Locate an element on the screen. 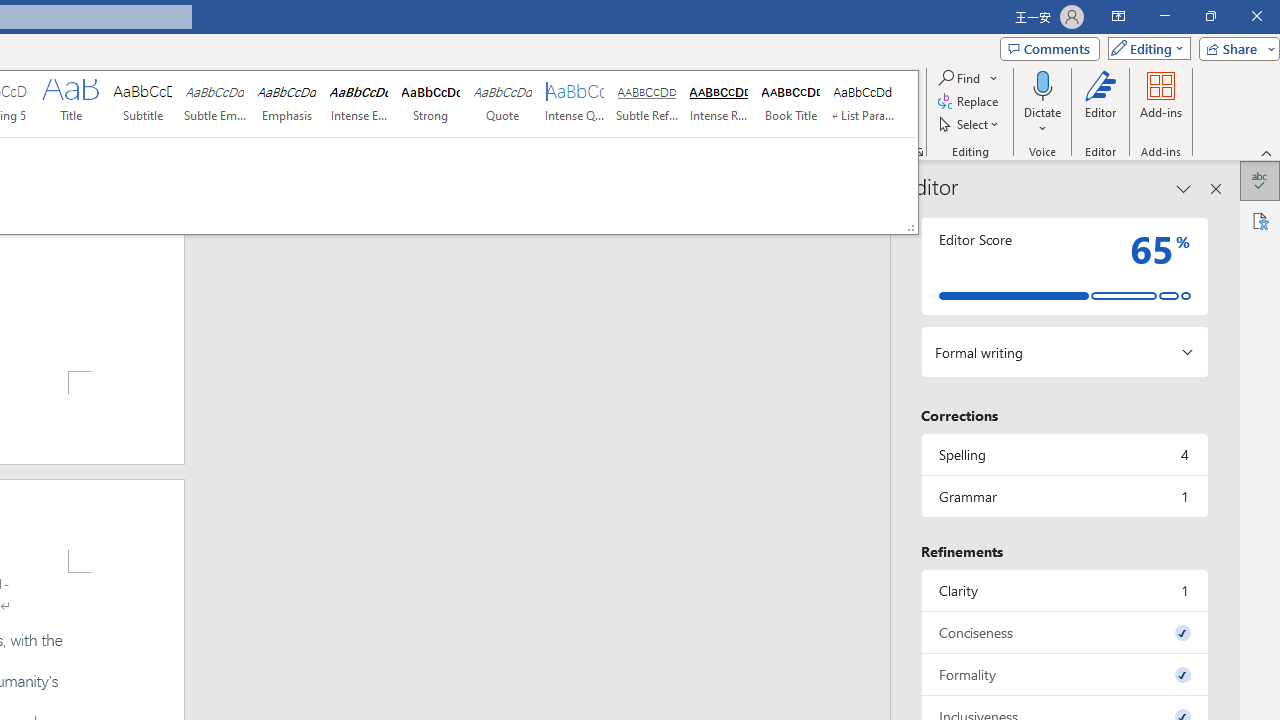 The height and width of the screenshot is (720, 1280). 'Editor Score 65%' is located at coordinates (1063, 265).